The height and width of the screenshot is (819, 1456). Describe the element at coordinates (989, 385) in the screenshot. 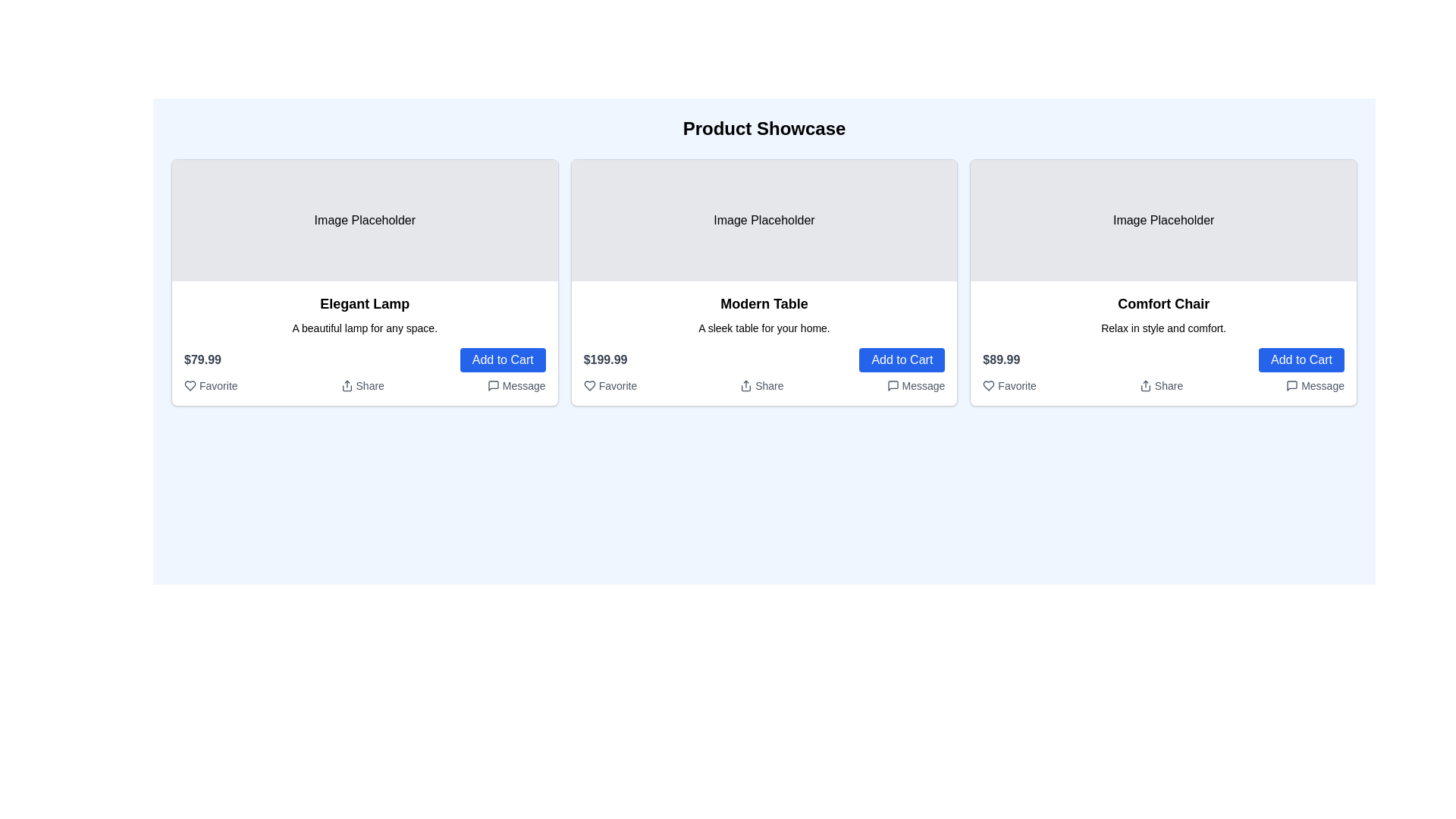

I see `the heart-shaped outline icon located at the bottom-left corner of the 'Comfort Chair' product card to favorite the item` at that location.